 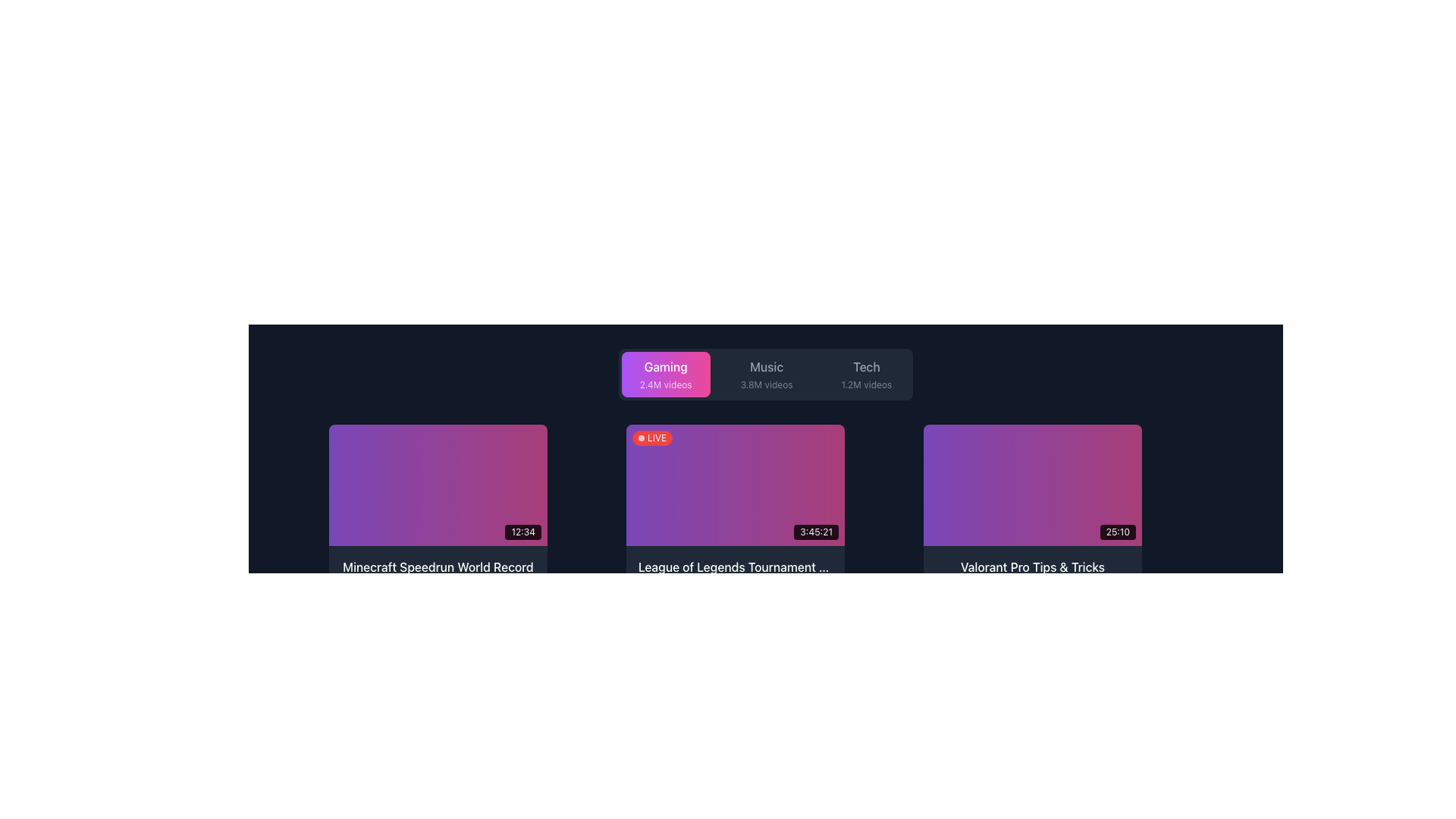 What do you see at coordinates (652, 438) in the screenshot?
I see `the animation effect of the Badge Label that indicates live streaming, located in the top-left corner of the video thumbnail overlaying the duration label '3:45:21'` at bounding box center [652, 438].